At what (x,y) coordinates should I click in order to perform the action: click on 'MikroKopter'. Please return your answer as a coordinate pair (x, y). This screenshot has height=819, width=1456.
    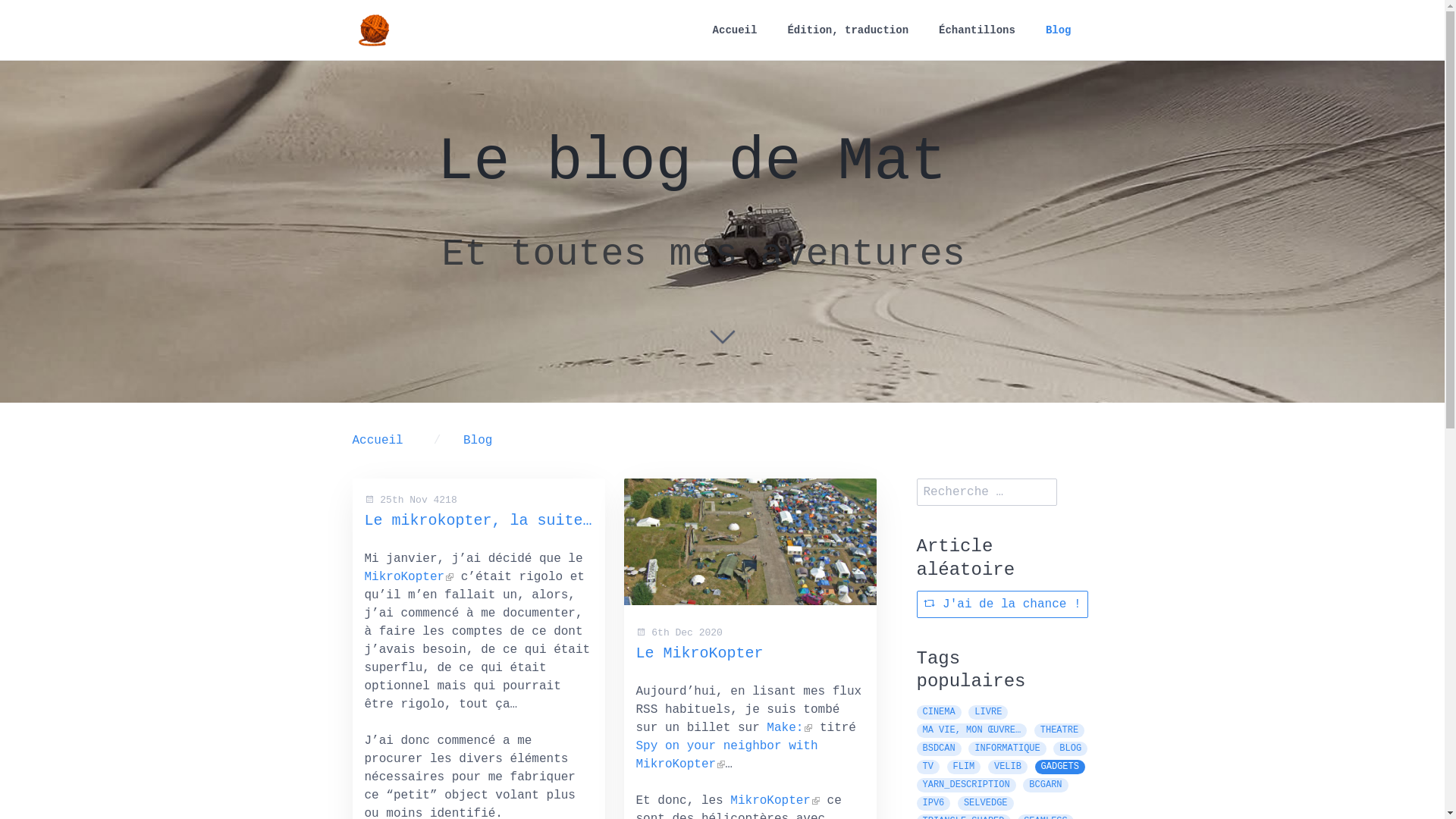
    Looking at the image, I should click on (408, 576).